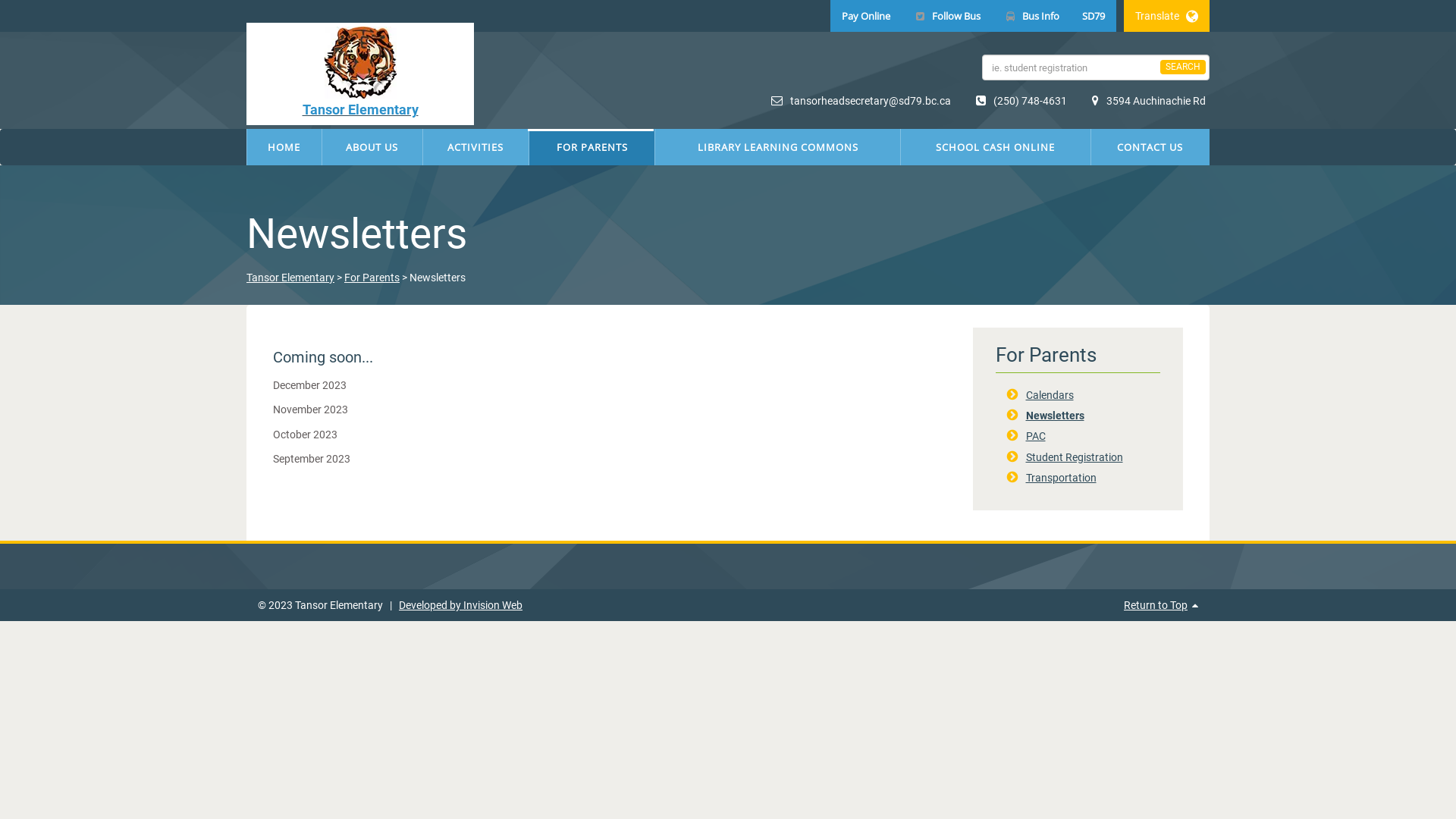 This screenshot has width=1456, height=819. What do you see at coordinates (866, 15) in the screenshot?
I see `'Pay Online'` at bounding box center [866, 15].